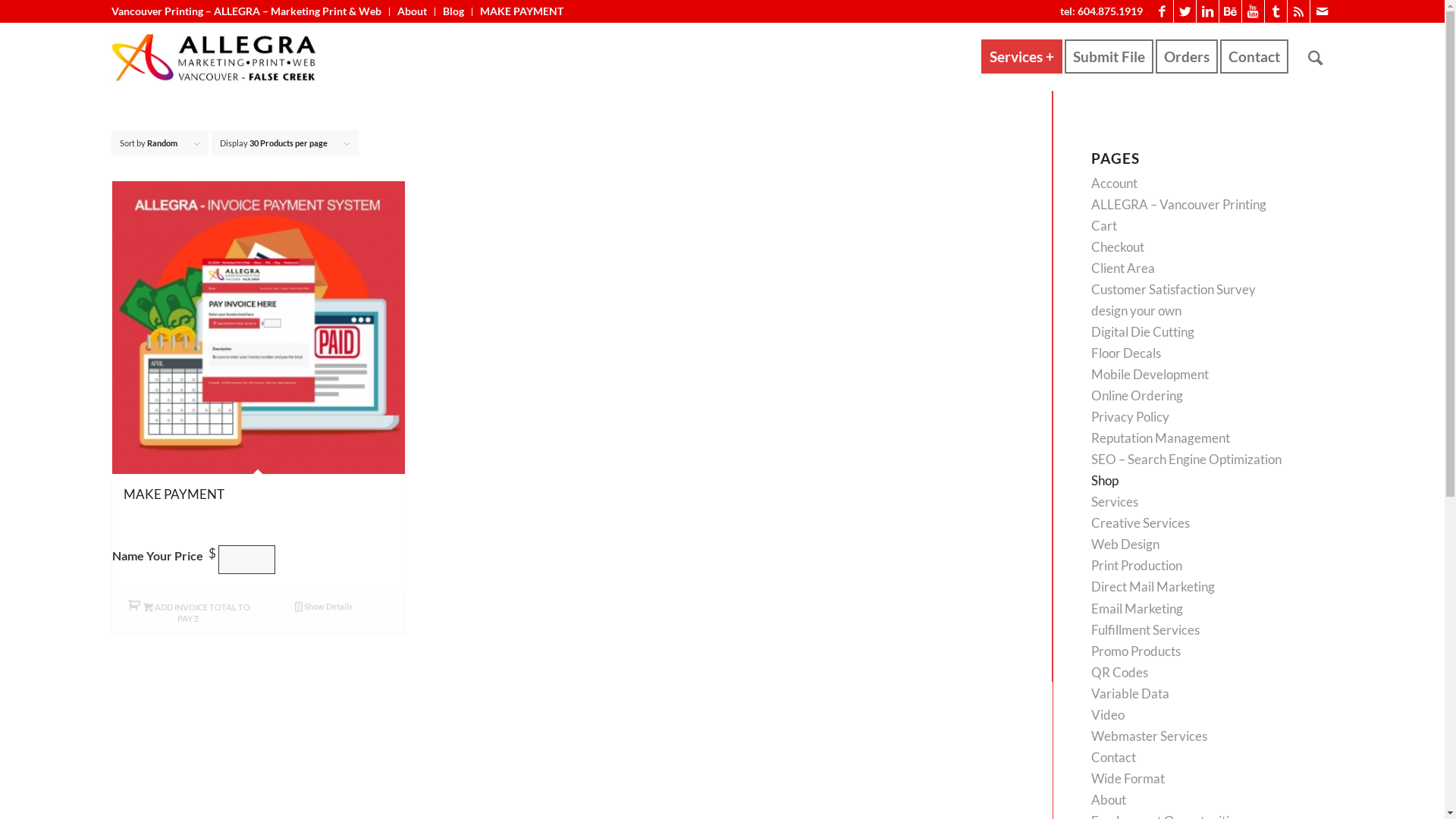  Describe the element at coordinates (1135, 650) in the screenshot. I see `'Promo Products'` at that location.